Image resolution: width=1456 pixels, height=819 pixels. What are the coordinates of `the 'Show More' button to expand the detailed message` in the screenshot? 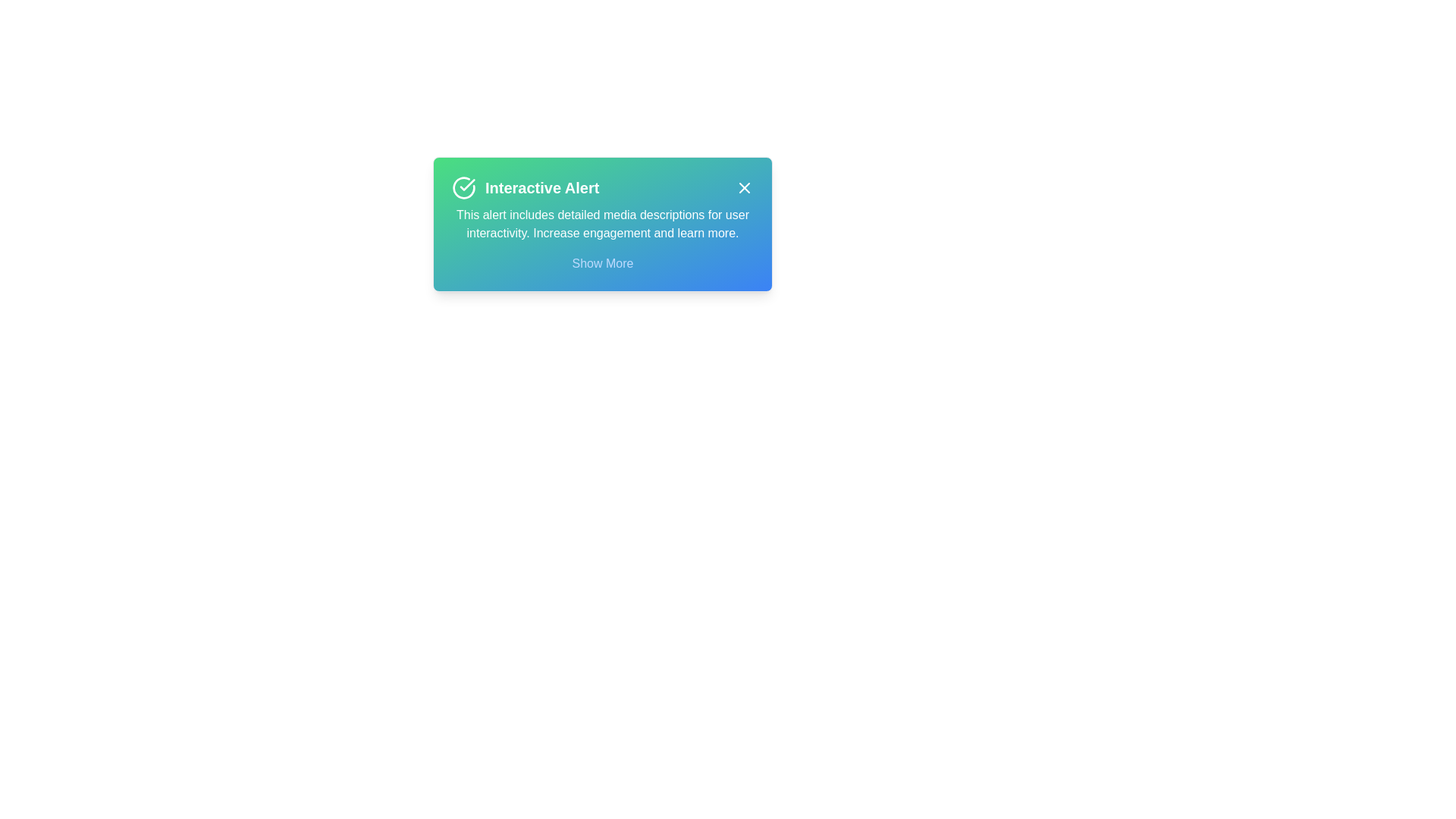 It's located at (601, 262).